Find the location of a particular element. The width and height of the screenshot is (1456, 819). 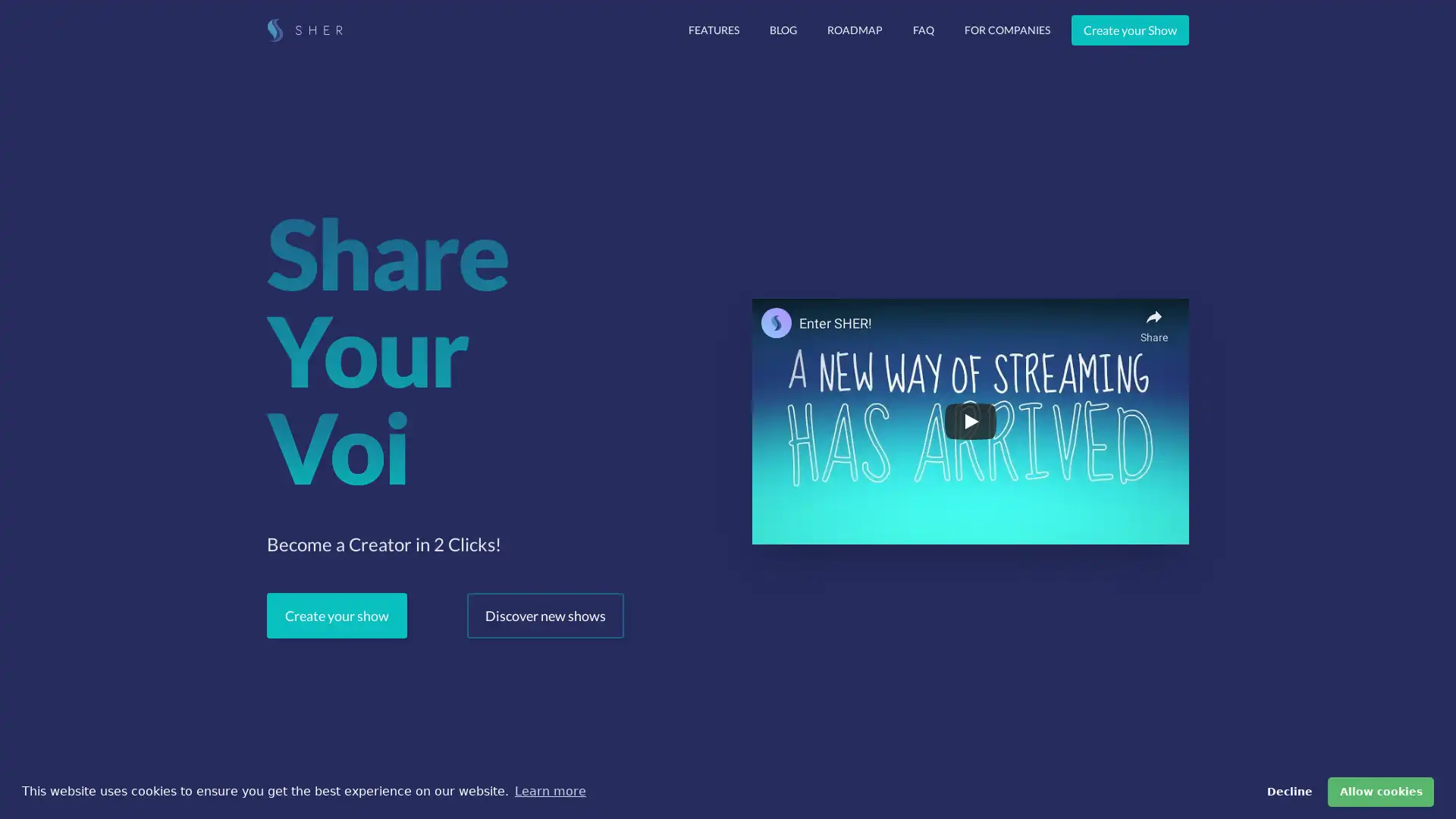

Discover new shows is located at coordinates (545, 616).